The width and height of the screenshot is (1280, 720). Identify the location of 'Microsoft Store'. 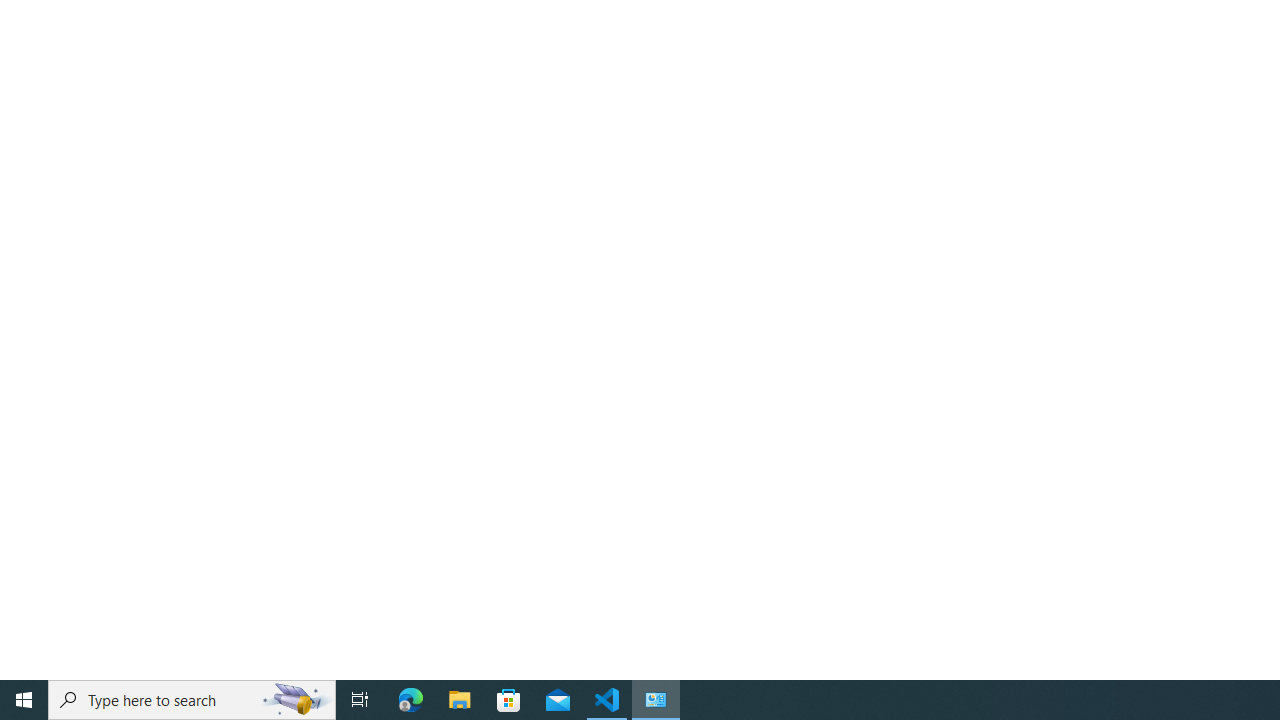
(509, 698).